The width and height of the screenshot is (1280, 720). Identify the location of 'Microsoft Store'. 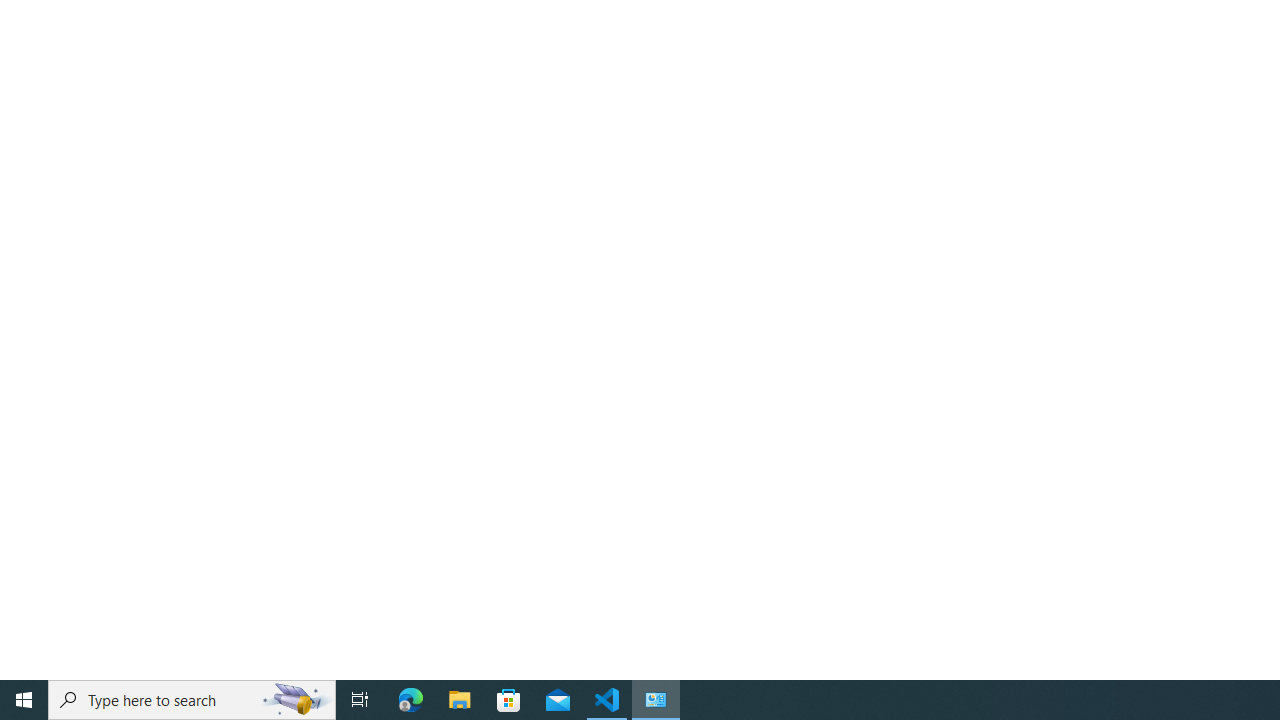
(509, 698).